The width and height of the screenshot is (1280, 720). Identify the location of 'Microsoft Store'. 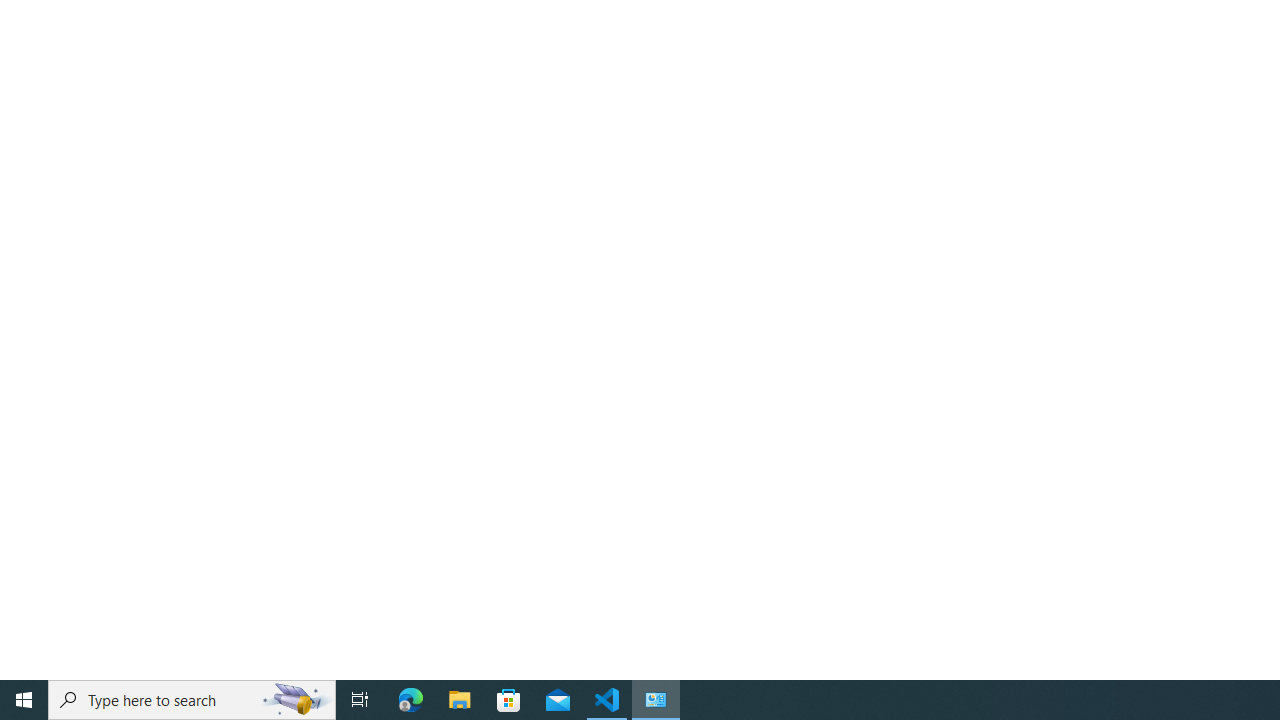
(509, 698).